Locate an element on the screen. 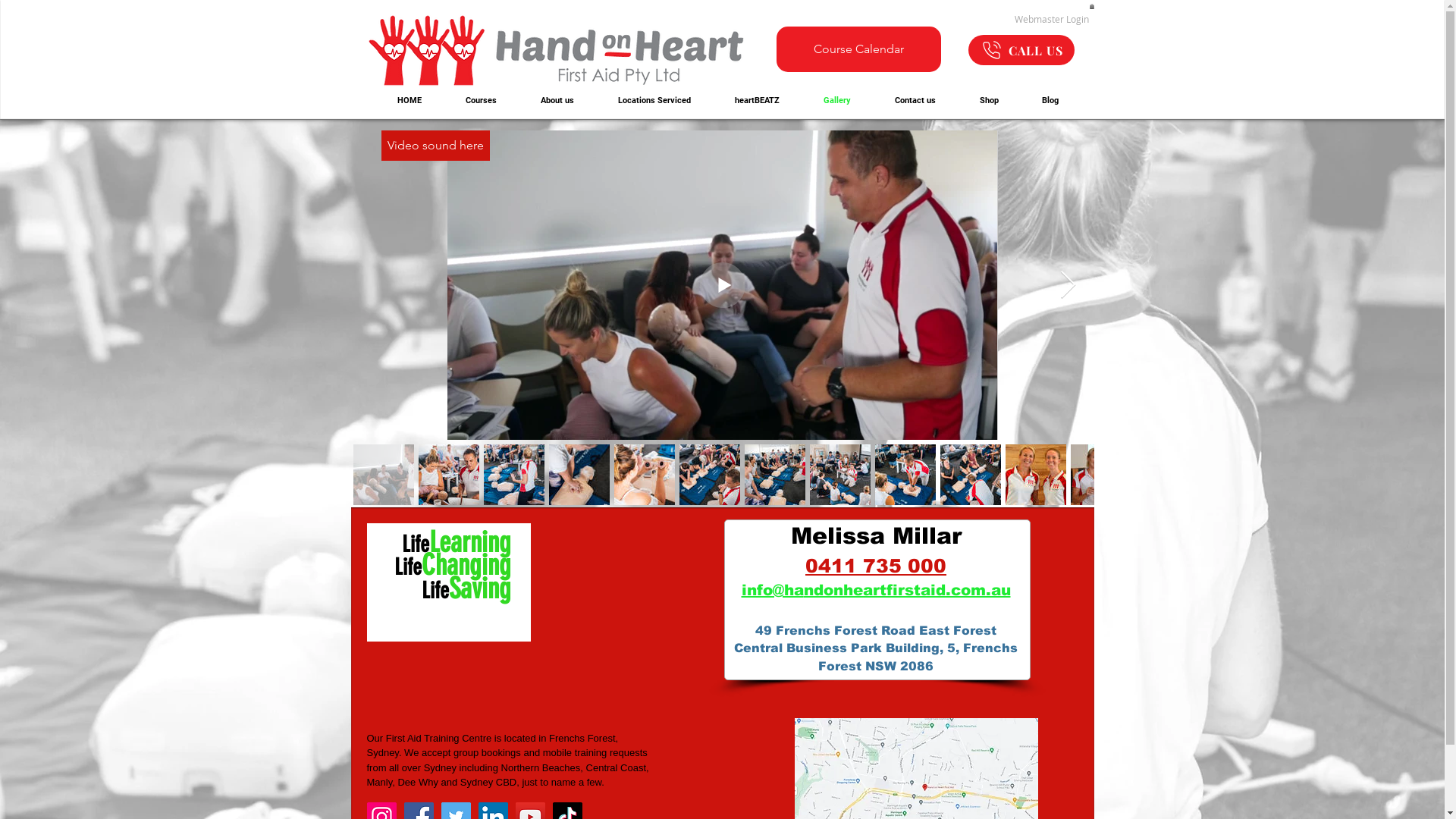  'Contact us' is located at coordinates (913, 100).